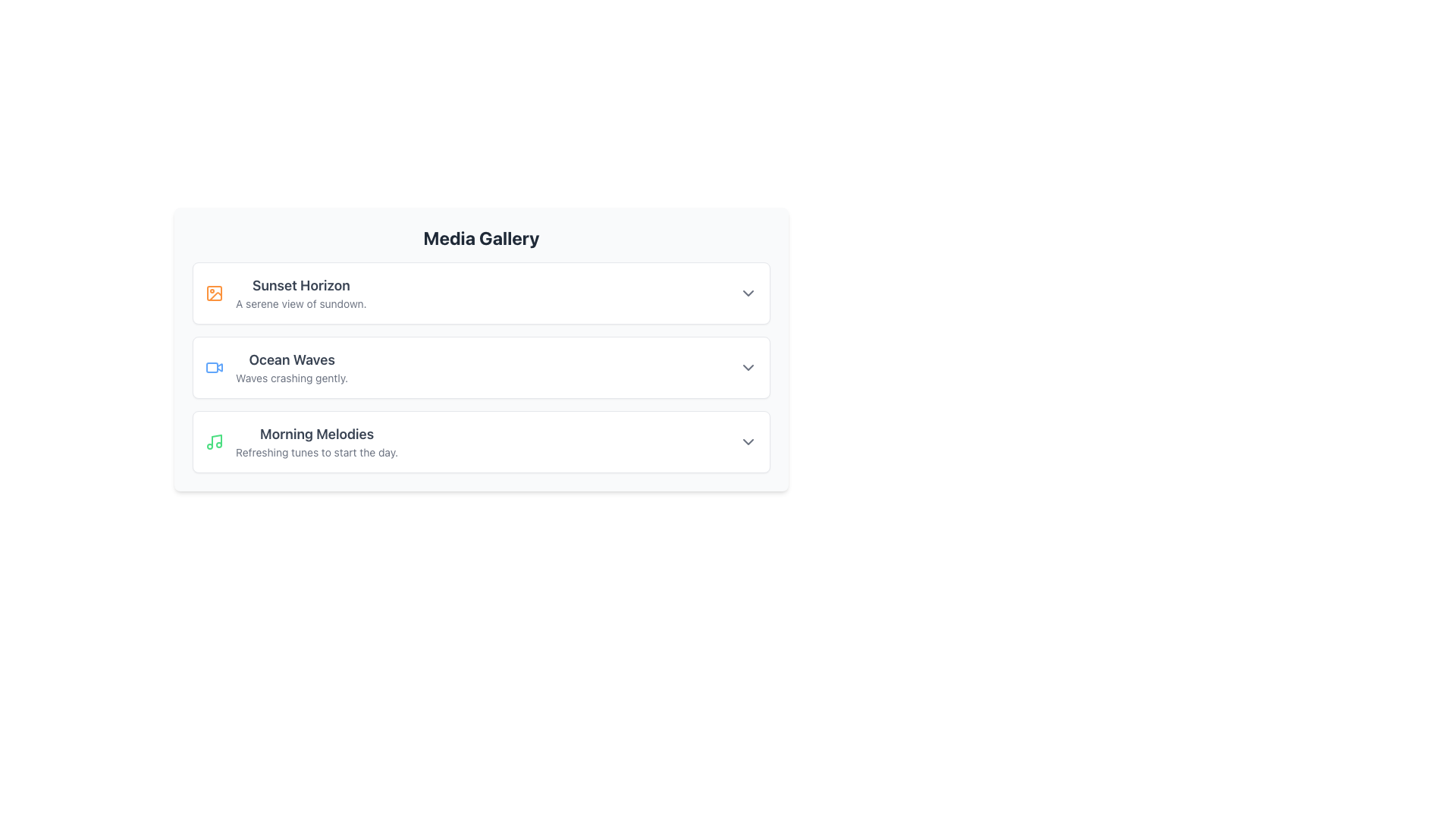 Image resolution: width=1456 pixels, height=819 pixels. What do you see at coordinates (292, 377) in the screenshot?
I see `text label that says 'Waves crashing gently.' which is positioned directly below the 'Ocean Waves' label in the second position of a vertical list` at bounding box center [292, 377].